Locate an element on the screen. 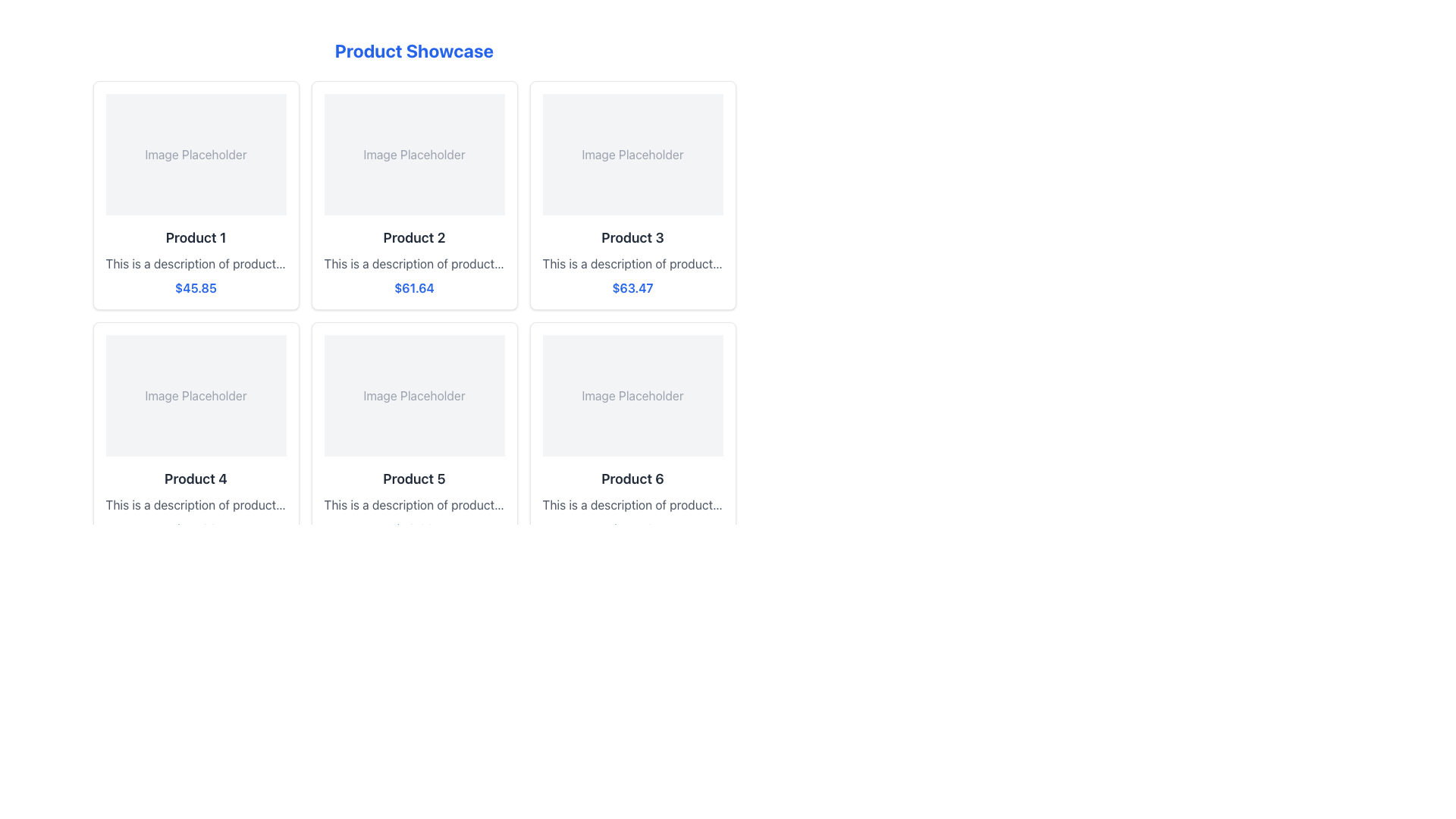  the product display card located in the third column of the second row, which presents product details including an image, name, description, and price is located at coordinates (632, 436).